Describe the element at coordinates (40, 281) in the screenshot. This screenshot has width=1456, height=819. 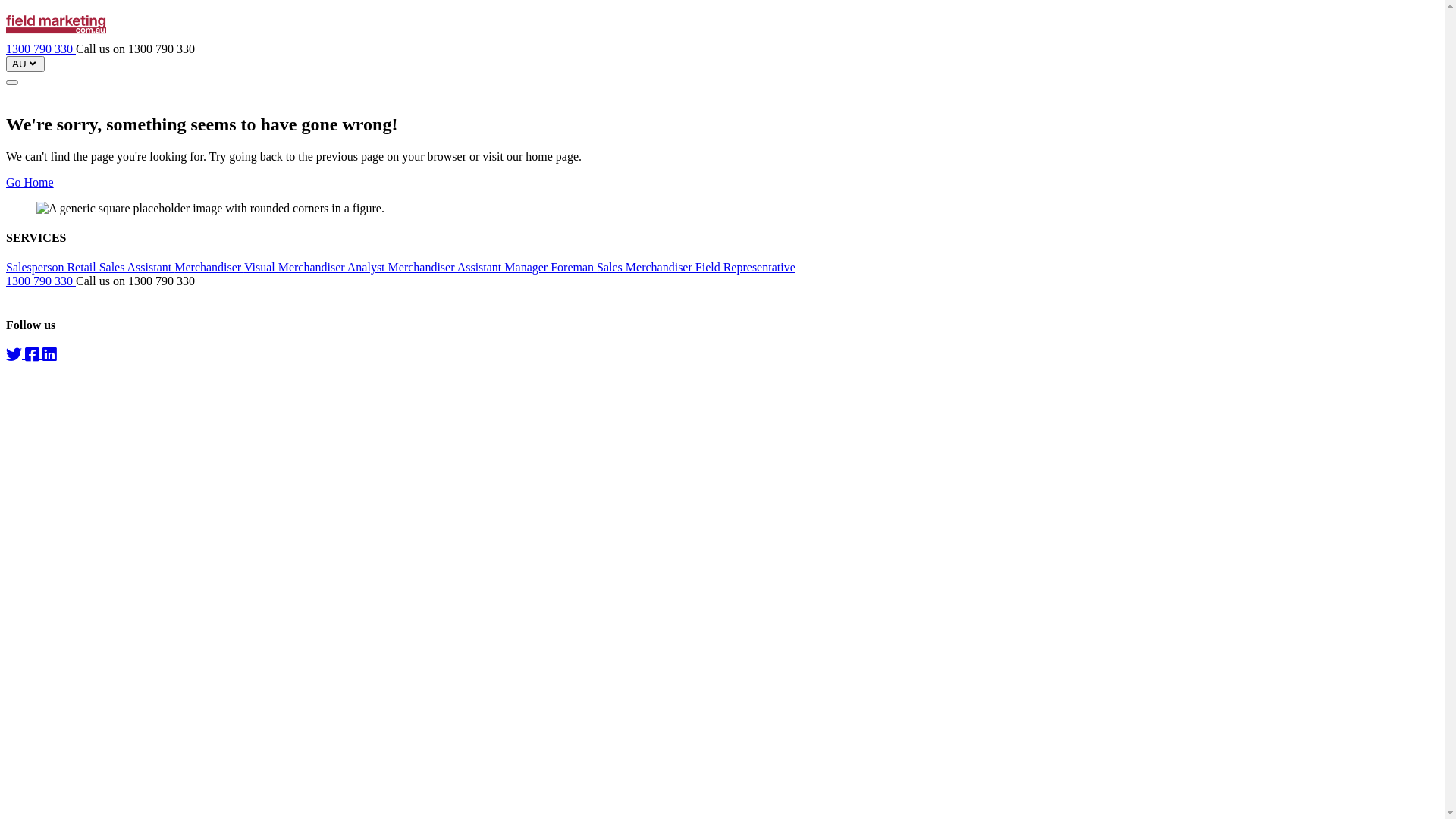
I see `'1300 790 330'` at that location.